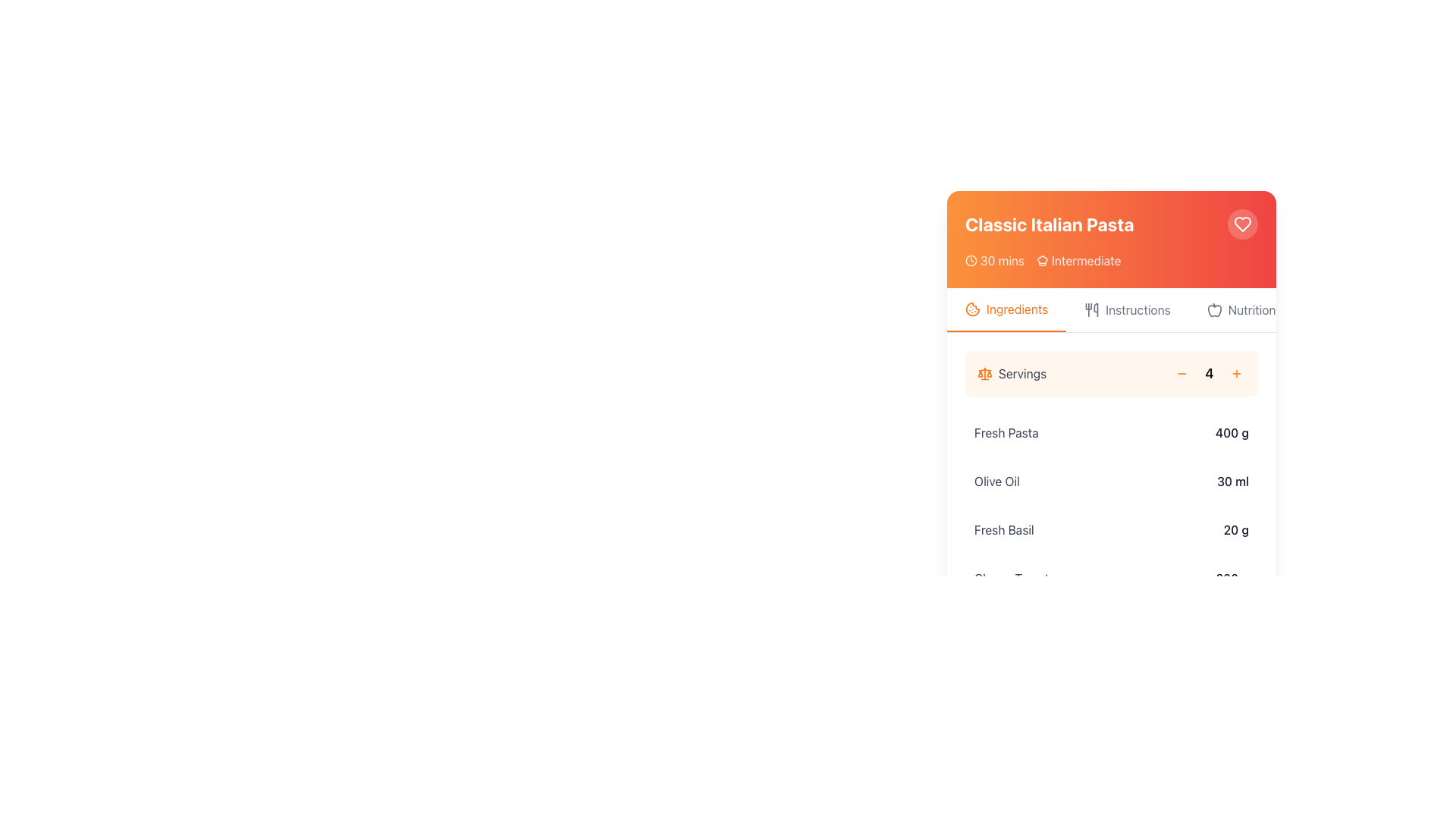 The image size is (1456, 819). I want to click on the 'Olive Oil' label, which identifies it as an ingredient in a recipe, positioned before the '30 ml' label in the vertical list of ingredients, so click(997, 482).